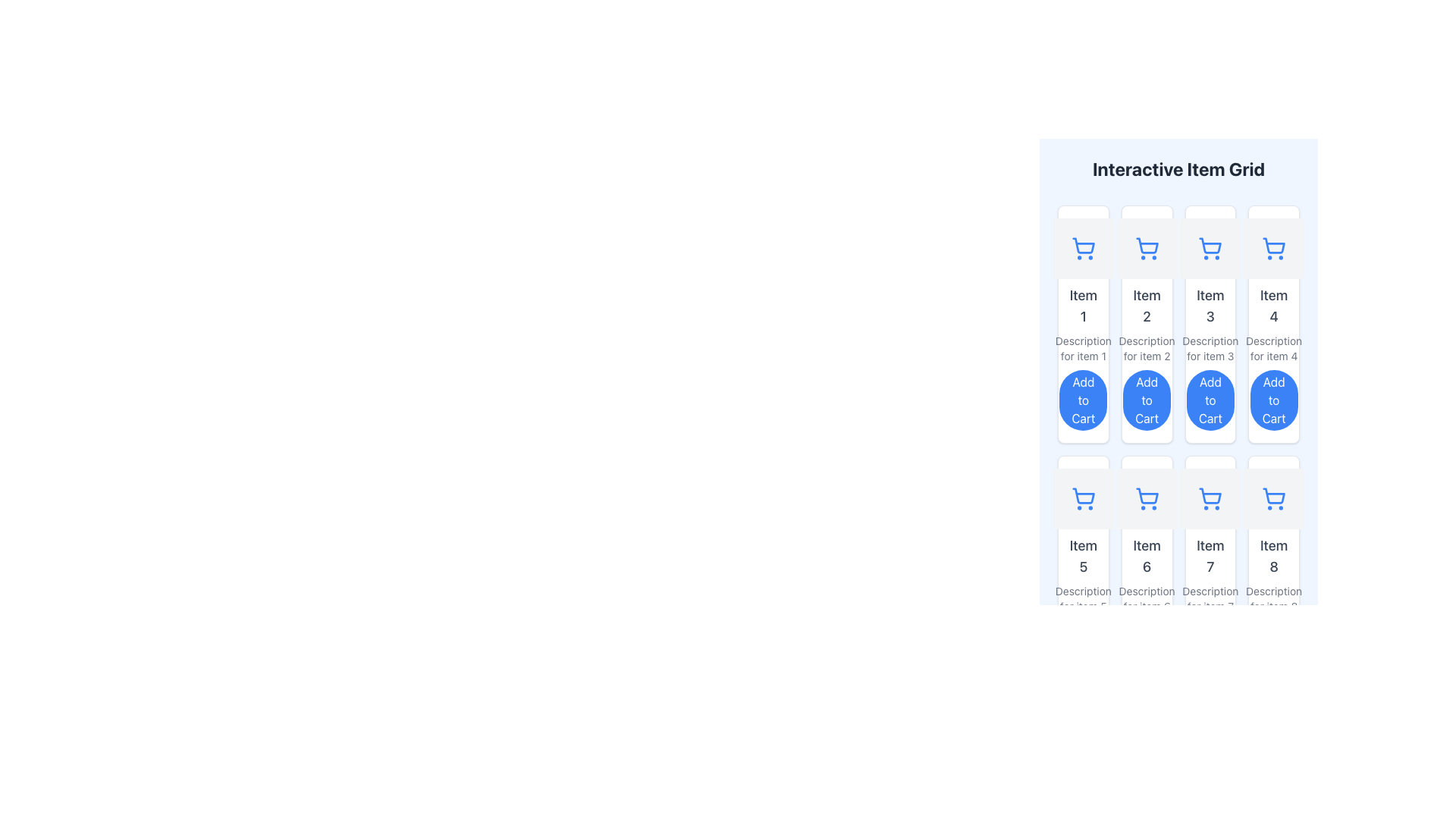 The height and width of the screenshot is (819, 1456). Describe the element at coordinates (1210, 324) in the screenshot. I see `the product display card which is the third item in the interactive grid layout` at that location.